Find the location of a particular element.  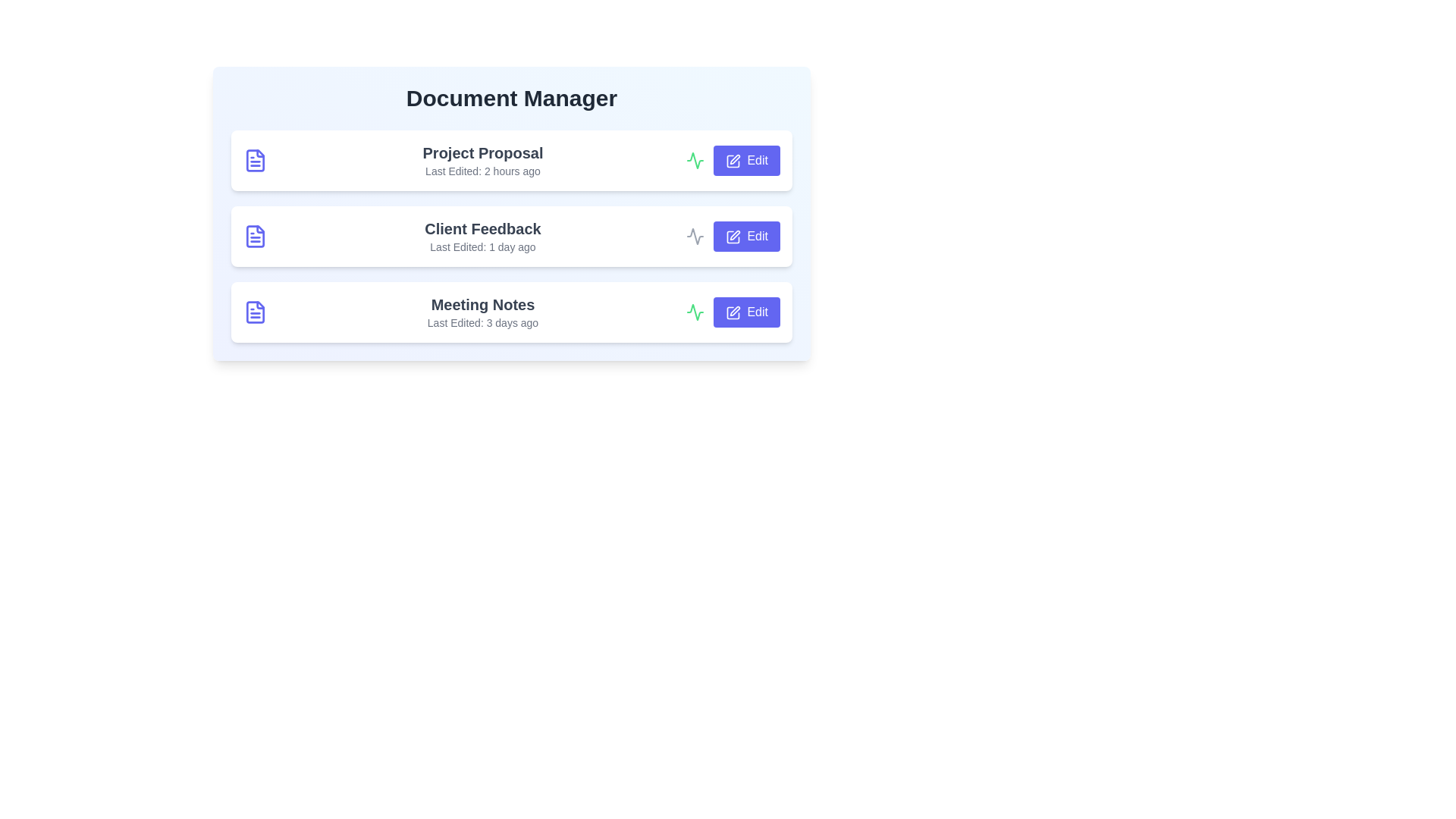

the 'Edit' button for the document titled 'Meeting Notes' is located at coordinates (746, 312).